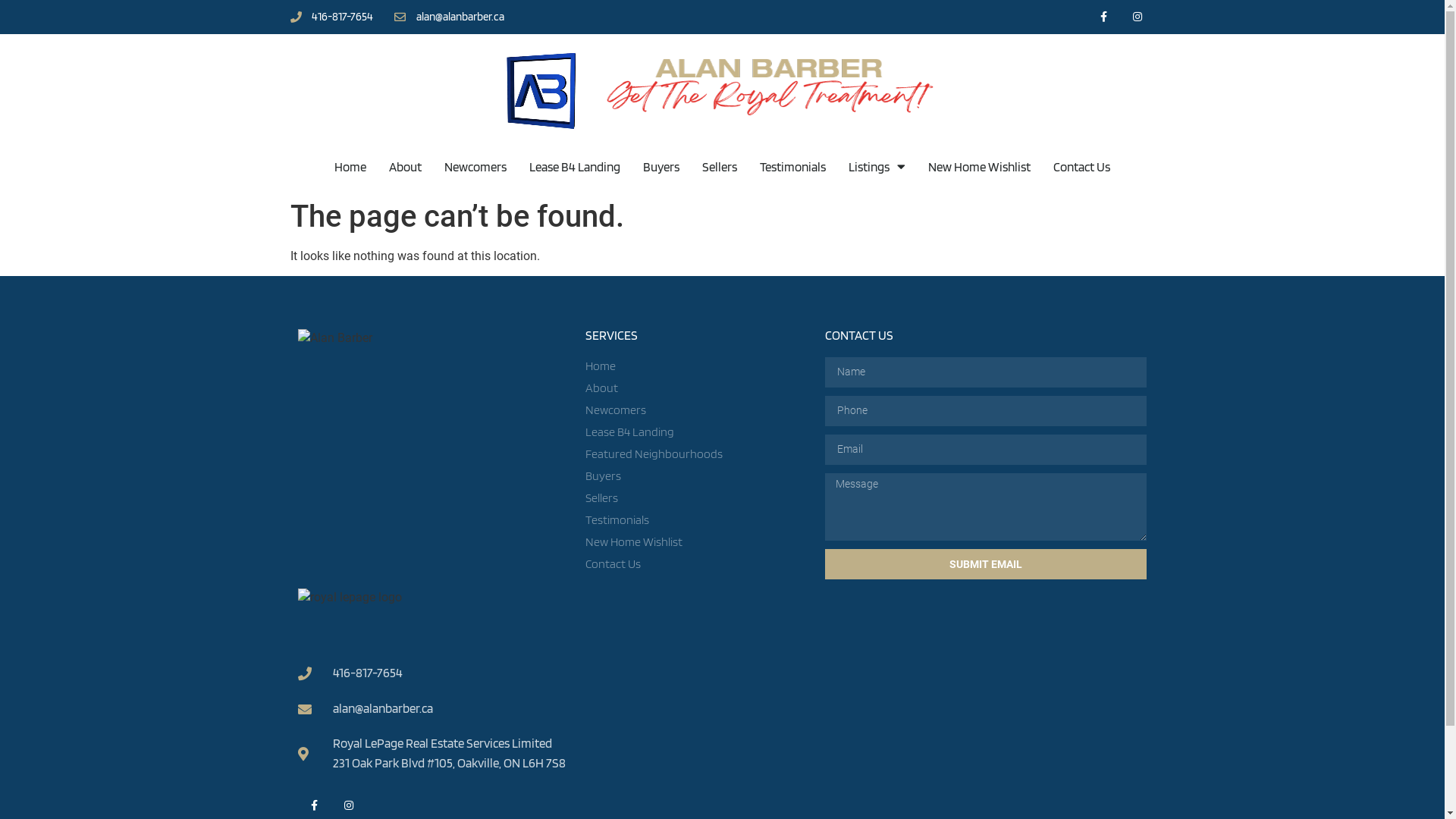 This screenshot has height=819, width=1456. Describe the element at coordinates (297, 672) in the screenshot. I see `'416-817-7654'` at that location.